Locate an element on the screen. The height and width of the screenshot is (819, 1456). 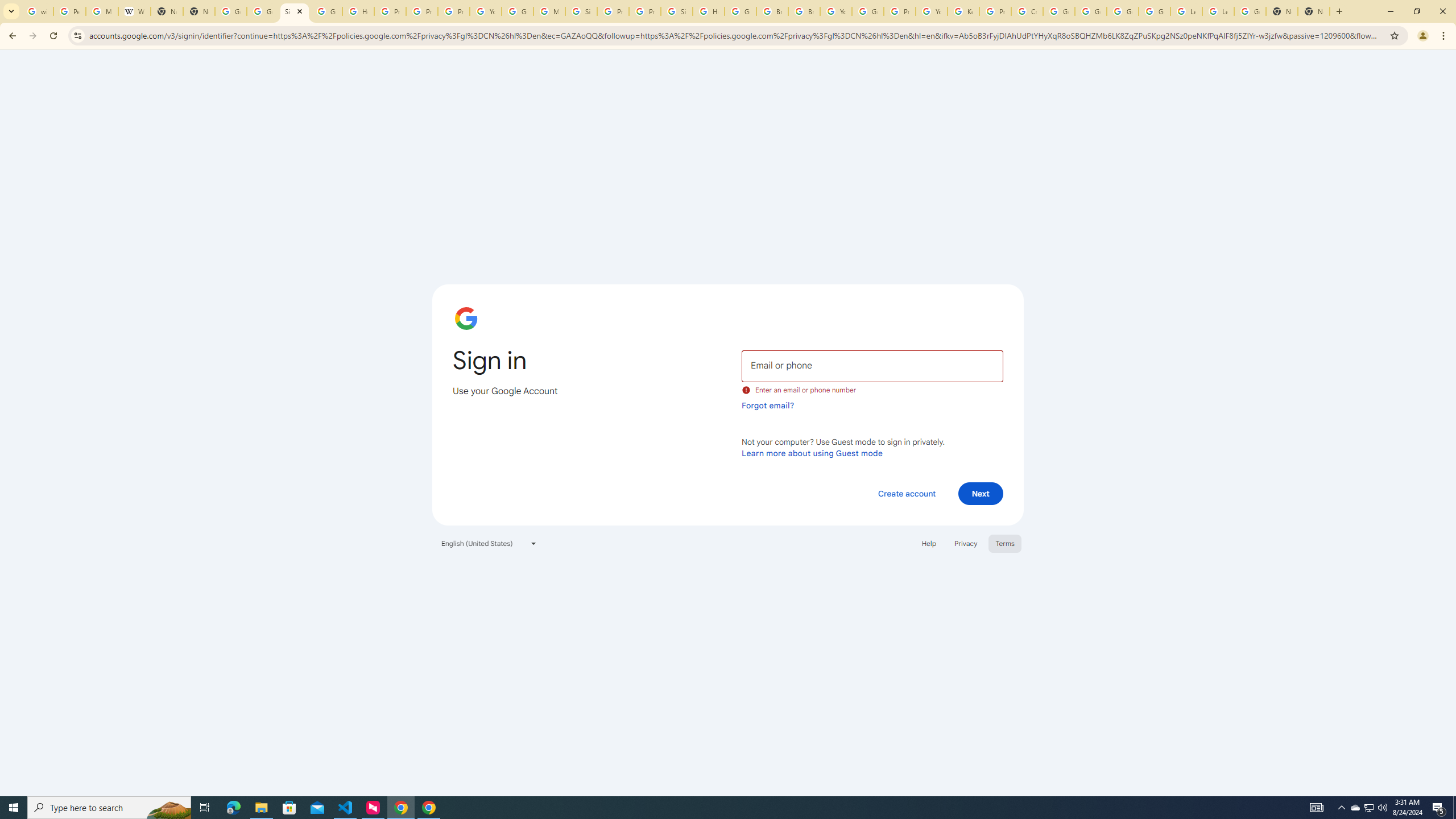
'Google Account Help' is located at coordinates (1090, 11).